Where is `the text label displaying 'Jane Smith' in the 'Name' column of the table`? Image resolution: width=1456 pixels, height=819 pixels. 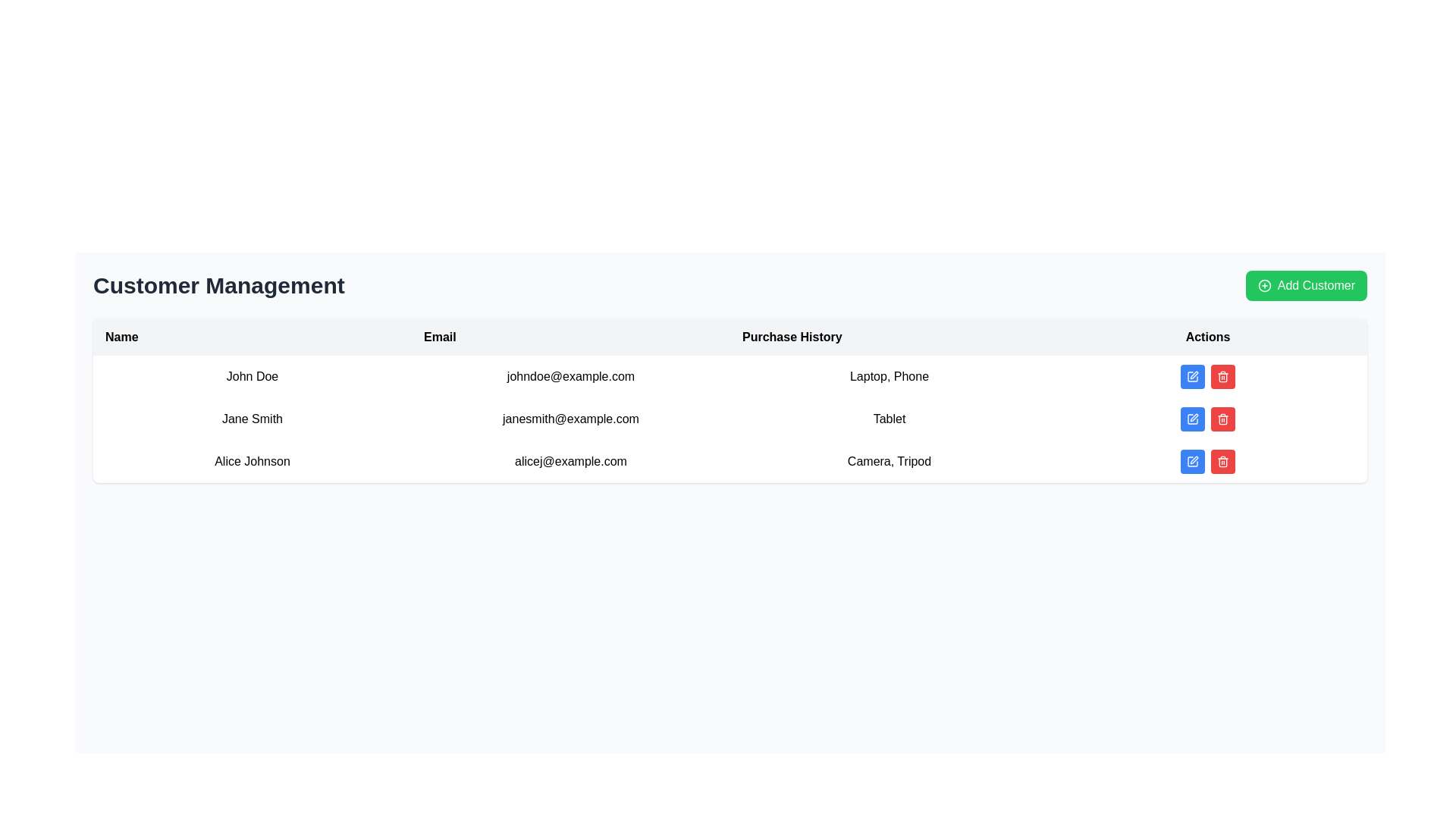
the text label displaying 'Jane Smith' in the 'Name' column of the table is located at coordinates (252, 419).